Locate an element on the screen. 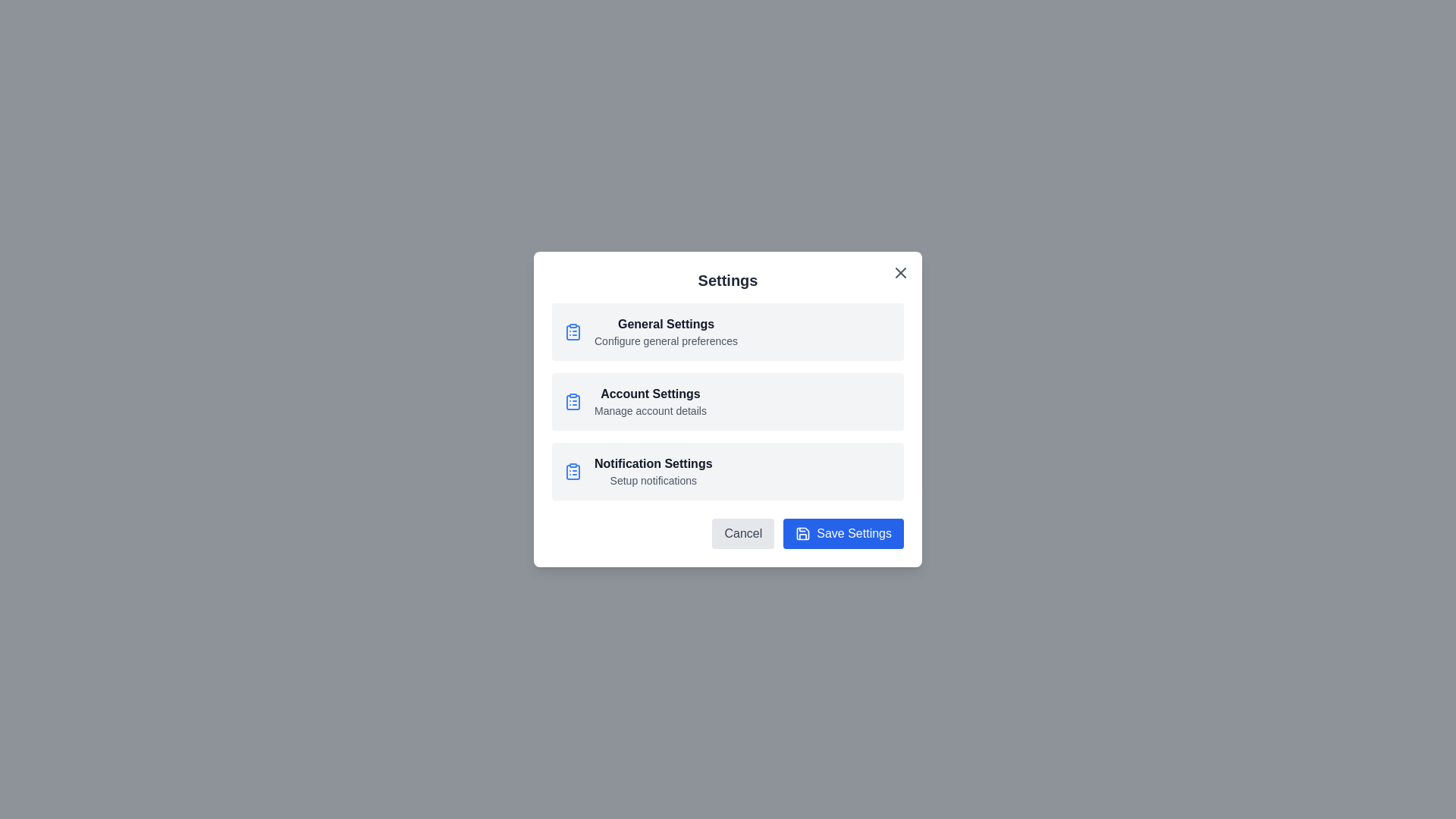 This screenshot has width=1456, height=819. the text block labeled 'Account Settings' which contains a bold header and a lighter subtext is located at coordinates (650, 400).